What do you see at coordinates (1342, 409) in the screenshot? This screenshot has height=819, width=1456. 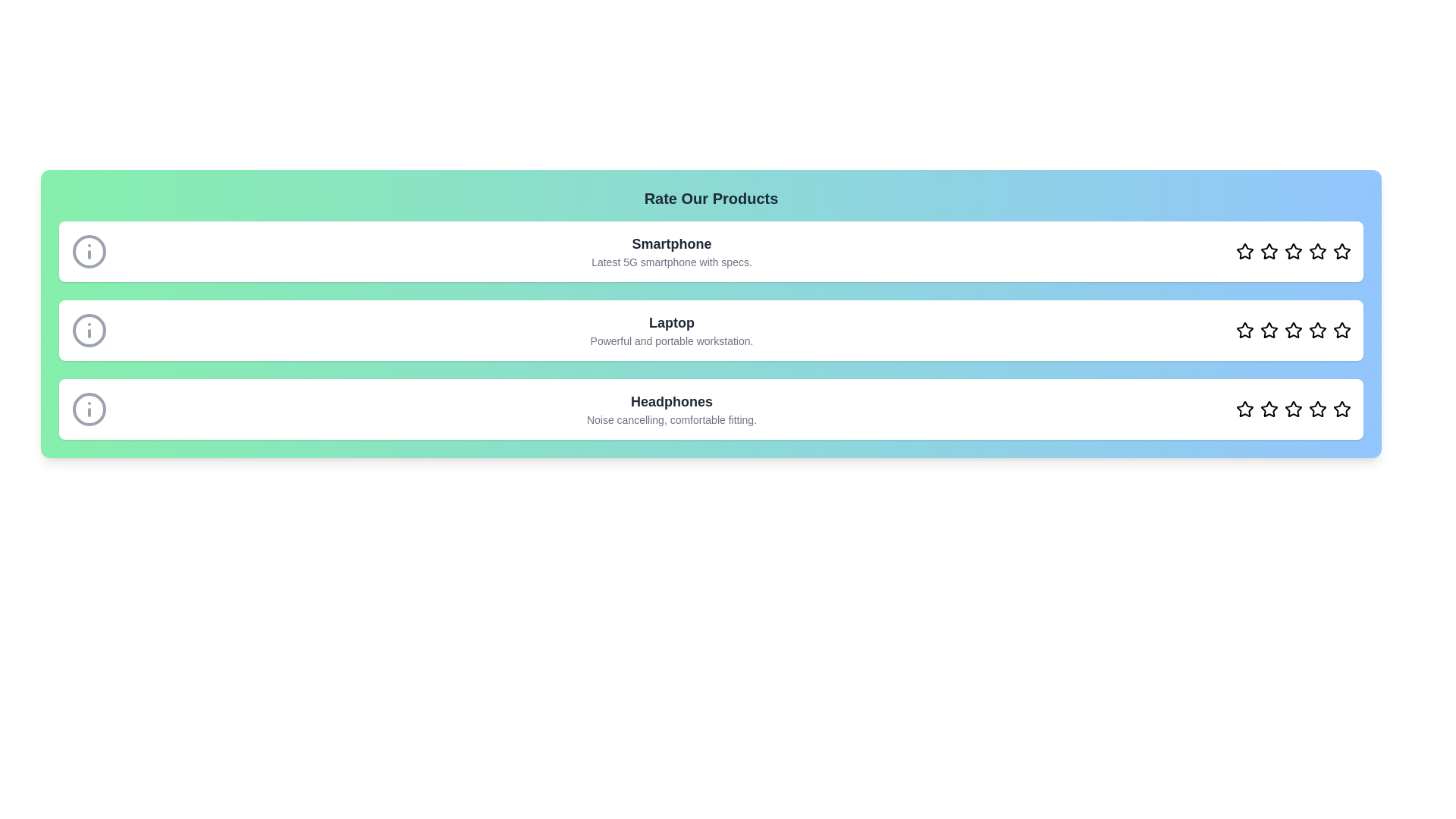 I see `the fifth star rating icon in the horizontal sequence of stars for the 'Headphones' product` at bounding box center [1342, 409].